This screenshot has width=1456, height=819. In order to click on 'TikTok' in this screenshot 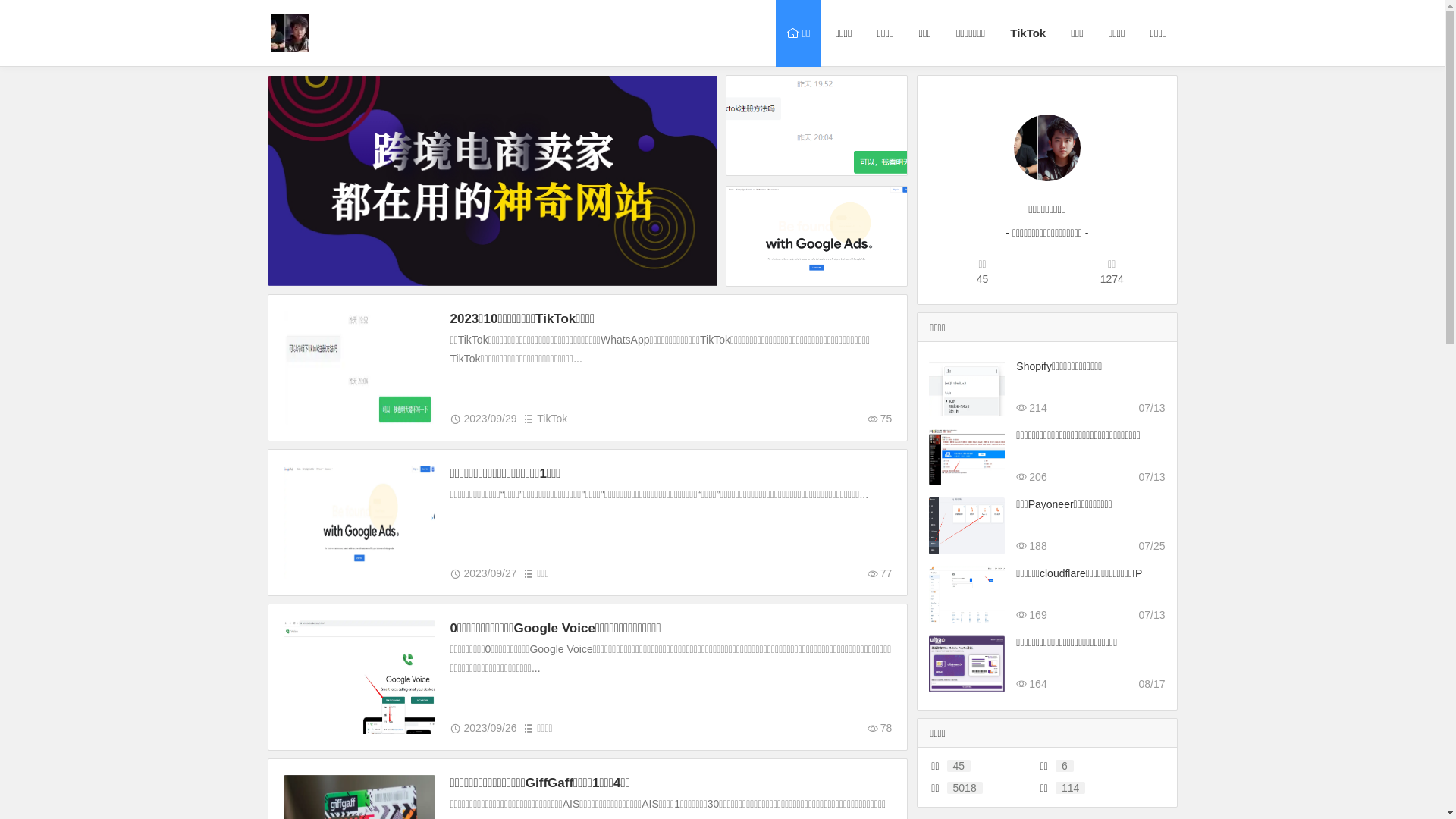, I will do `click(551, 418)`.